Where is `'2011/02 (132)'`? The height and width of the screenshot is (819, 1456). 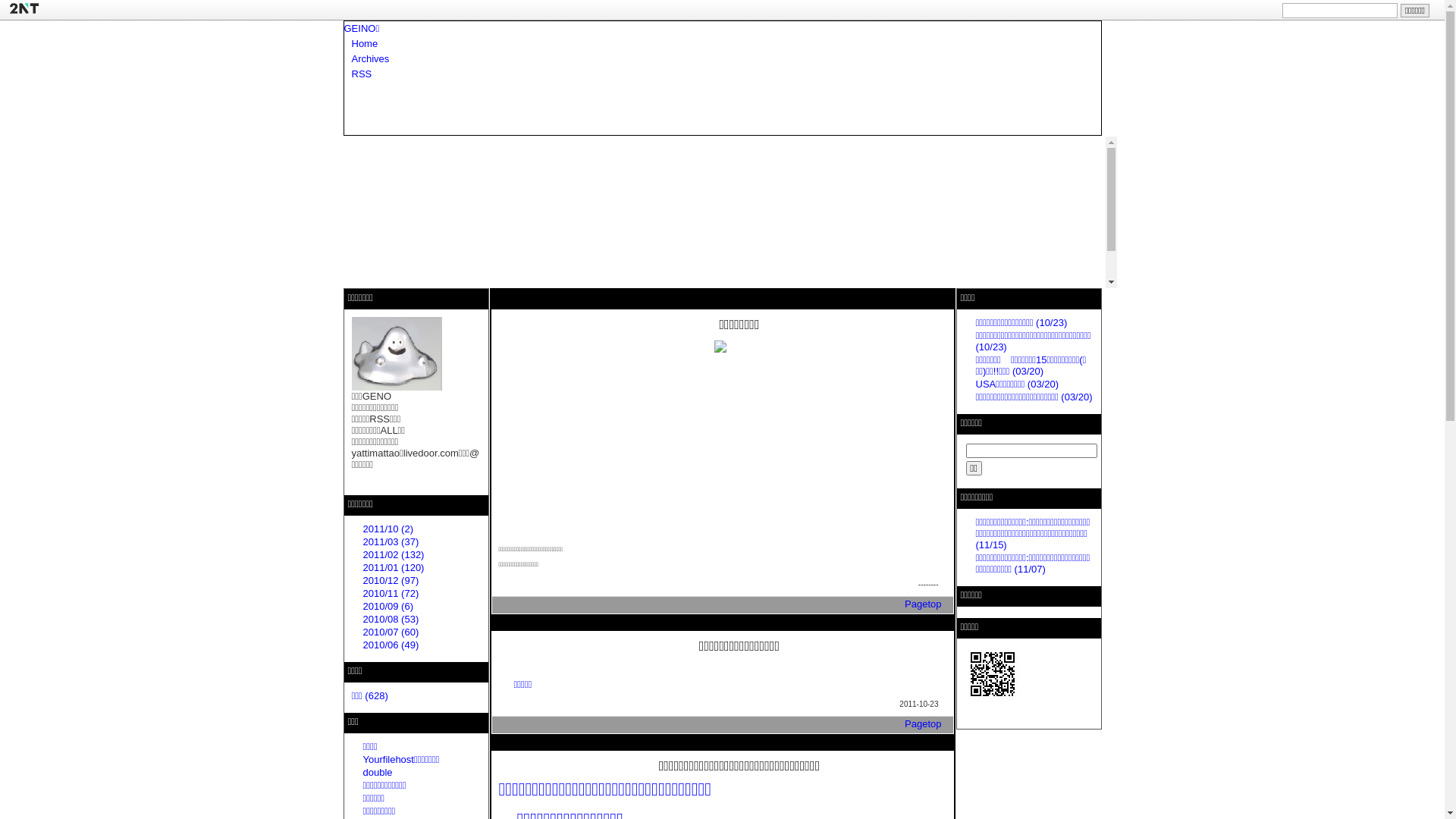
'2011/02 (132)' is located at coordinates (393, 554).